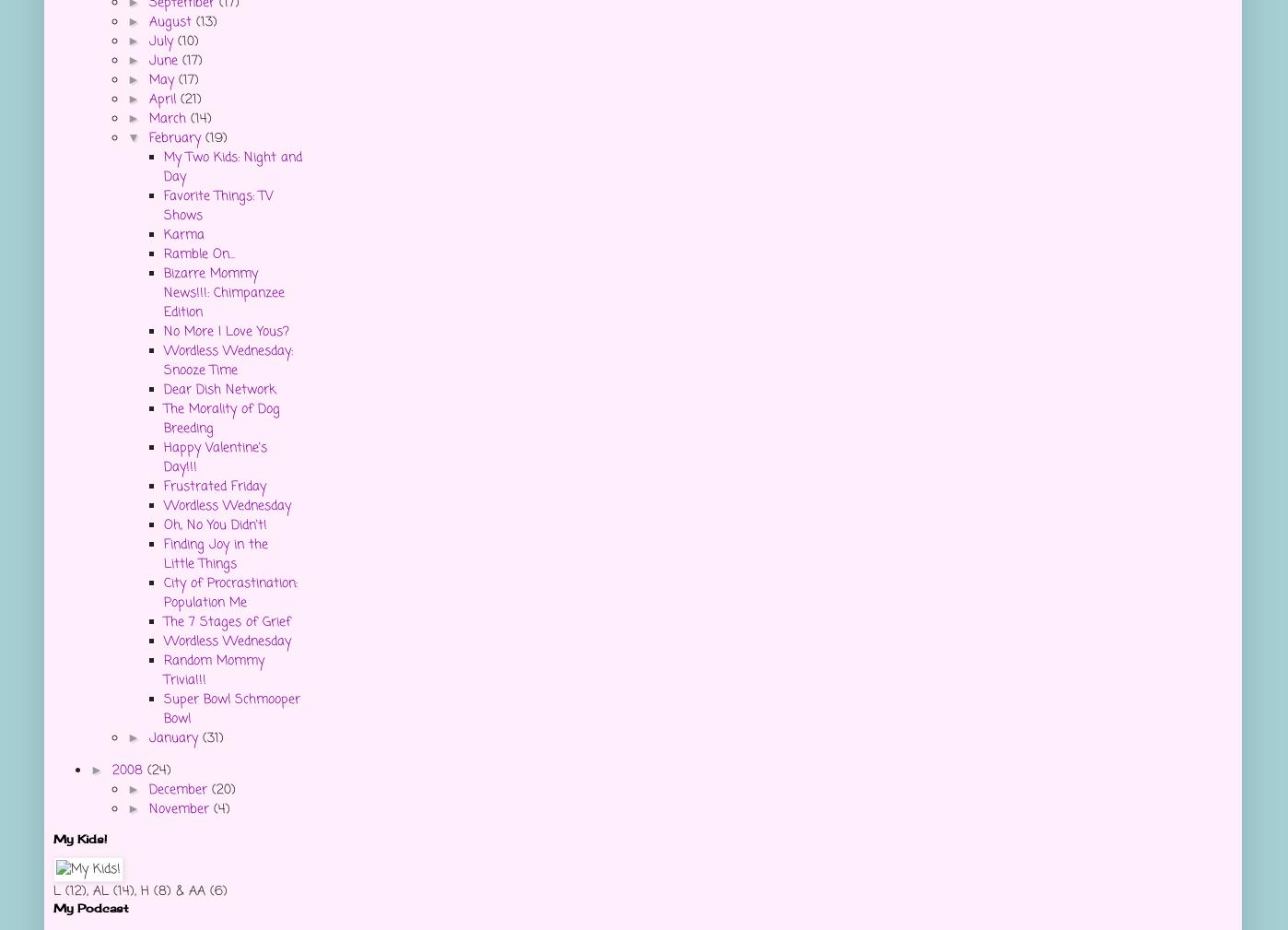 The height and width of the screenshot is (930, 1288). Describe the element at coordinates (215, 487) in the screenshot. I see `'Frustrated Friday'` at that location.